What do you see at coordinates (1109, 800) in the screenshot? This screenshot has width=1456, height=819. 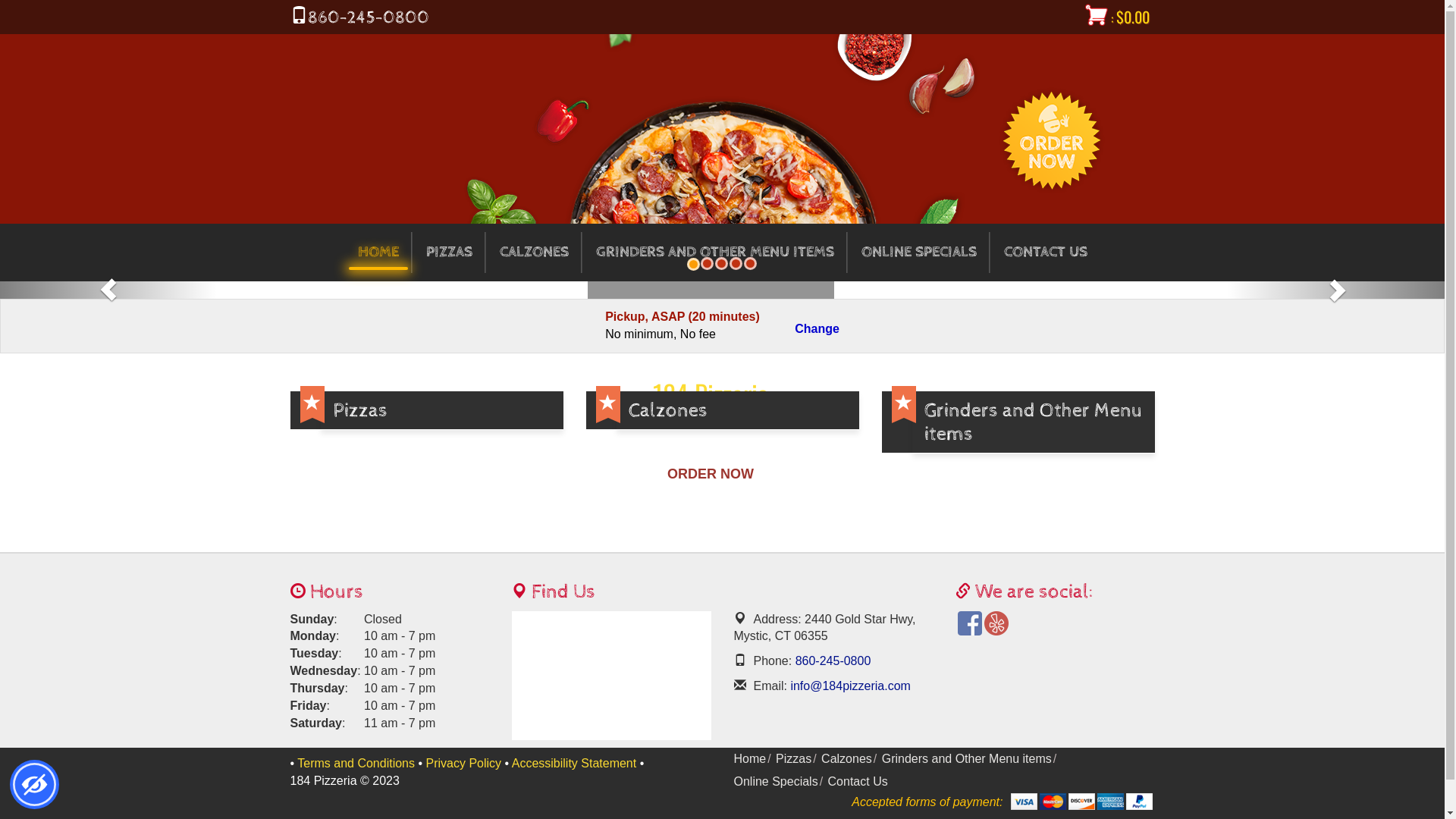 I see `'American Express'` at bounding box center [1109, 800].